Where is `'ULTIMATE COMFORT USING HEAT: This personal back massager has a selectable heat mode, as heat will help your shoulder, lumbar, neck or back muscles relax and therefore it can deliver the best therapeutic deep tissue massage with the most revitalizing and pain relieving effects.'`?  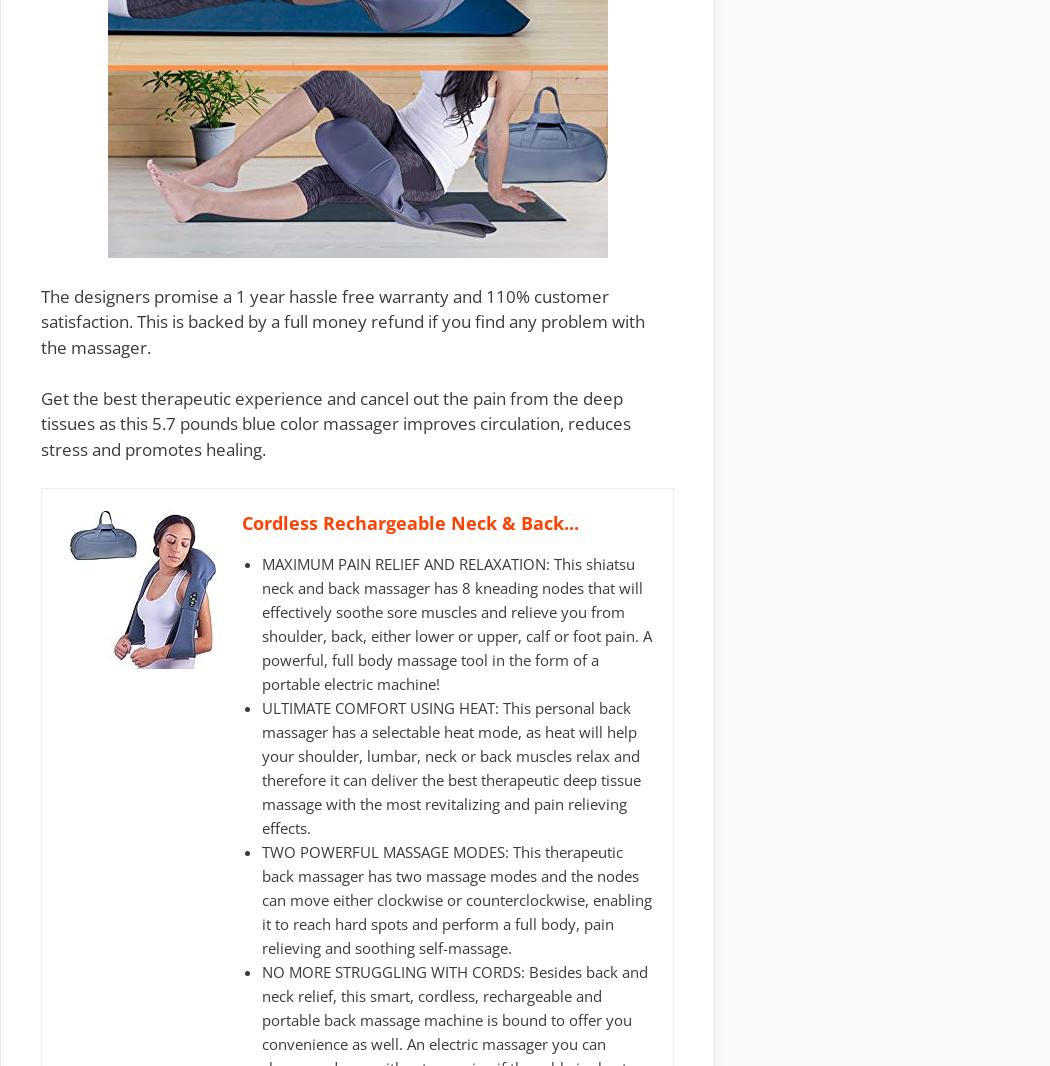
'ULTIMATE COMFORT USING HEAT: This personal back massager has a selectable heat mode, as heat will help your shoulder, lumbar, neck or back muscles relax and therefore it can deliver the best therapeutic deep tissue massage with the most revitalizing and pain relieving effects.' is located at coordinates (261, 767).